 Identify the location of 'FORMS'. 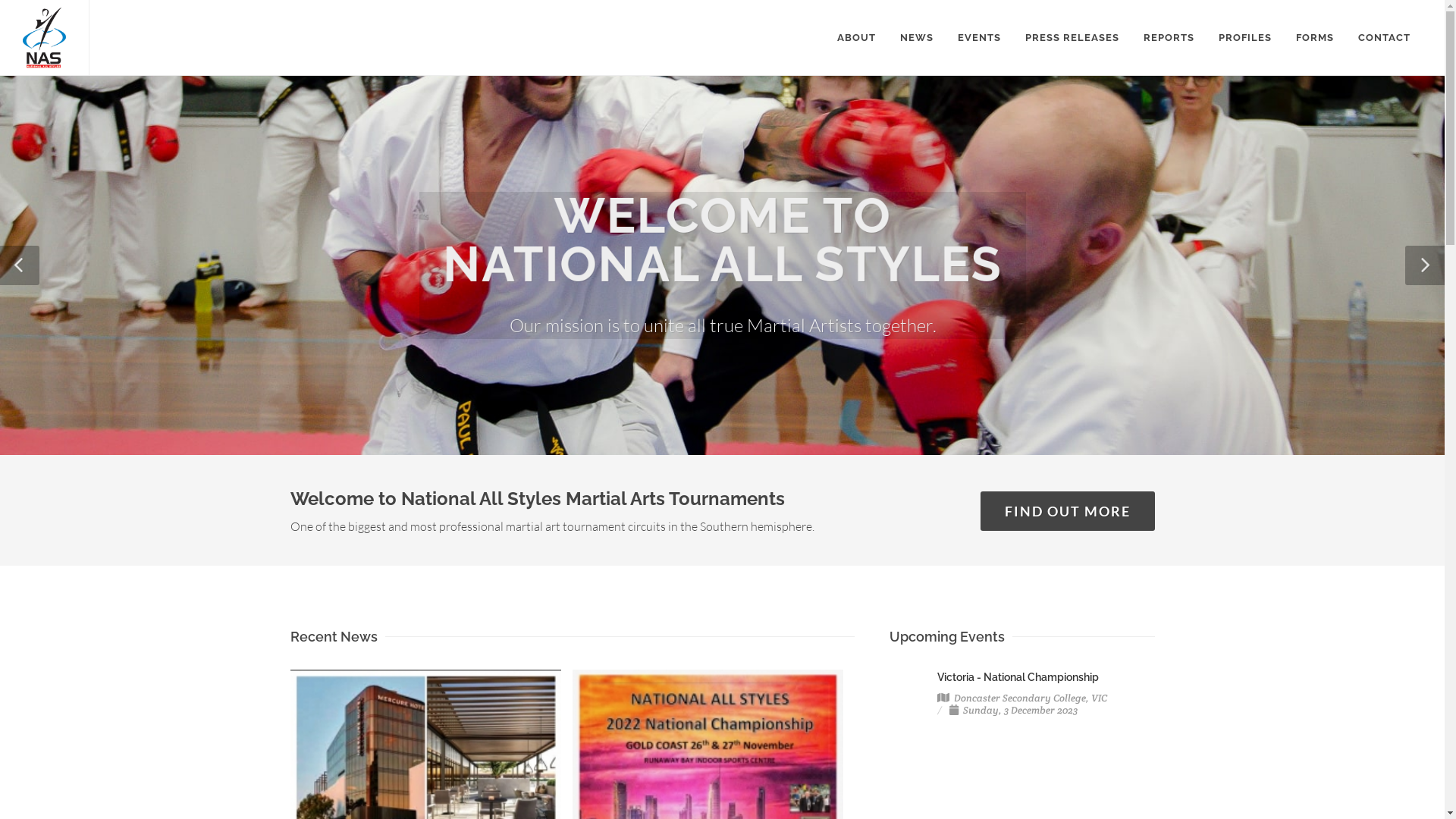
(1284, 37).